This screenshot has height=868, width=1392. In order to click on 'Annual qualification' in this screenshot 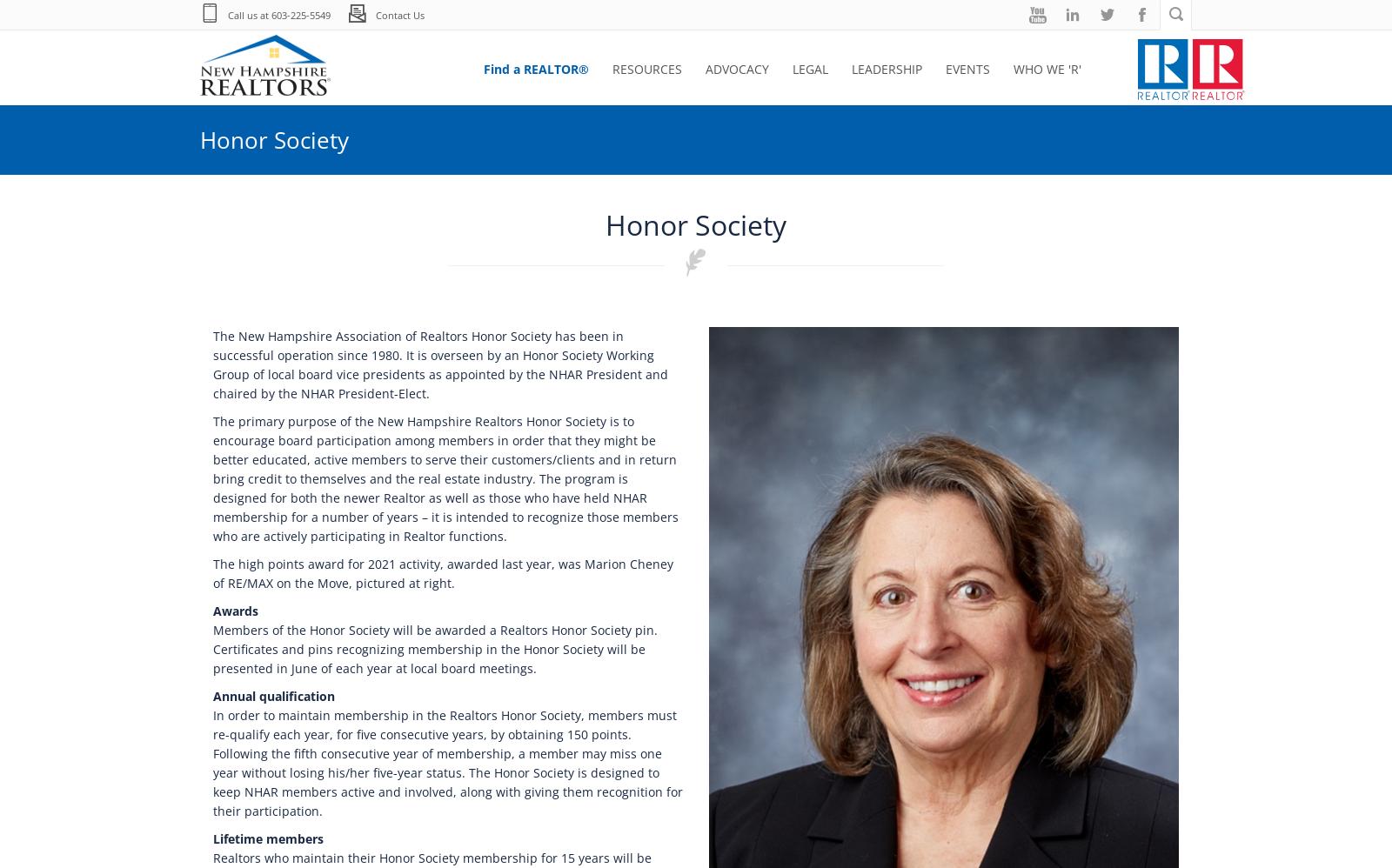, I will do `click(274, 696)`.